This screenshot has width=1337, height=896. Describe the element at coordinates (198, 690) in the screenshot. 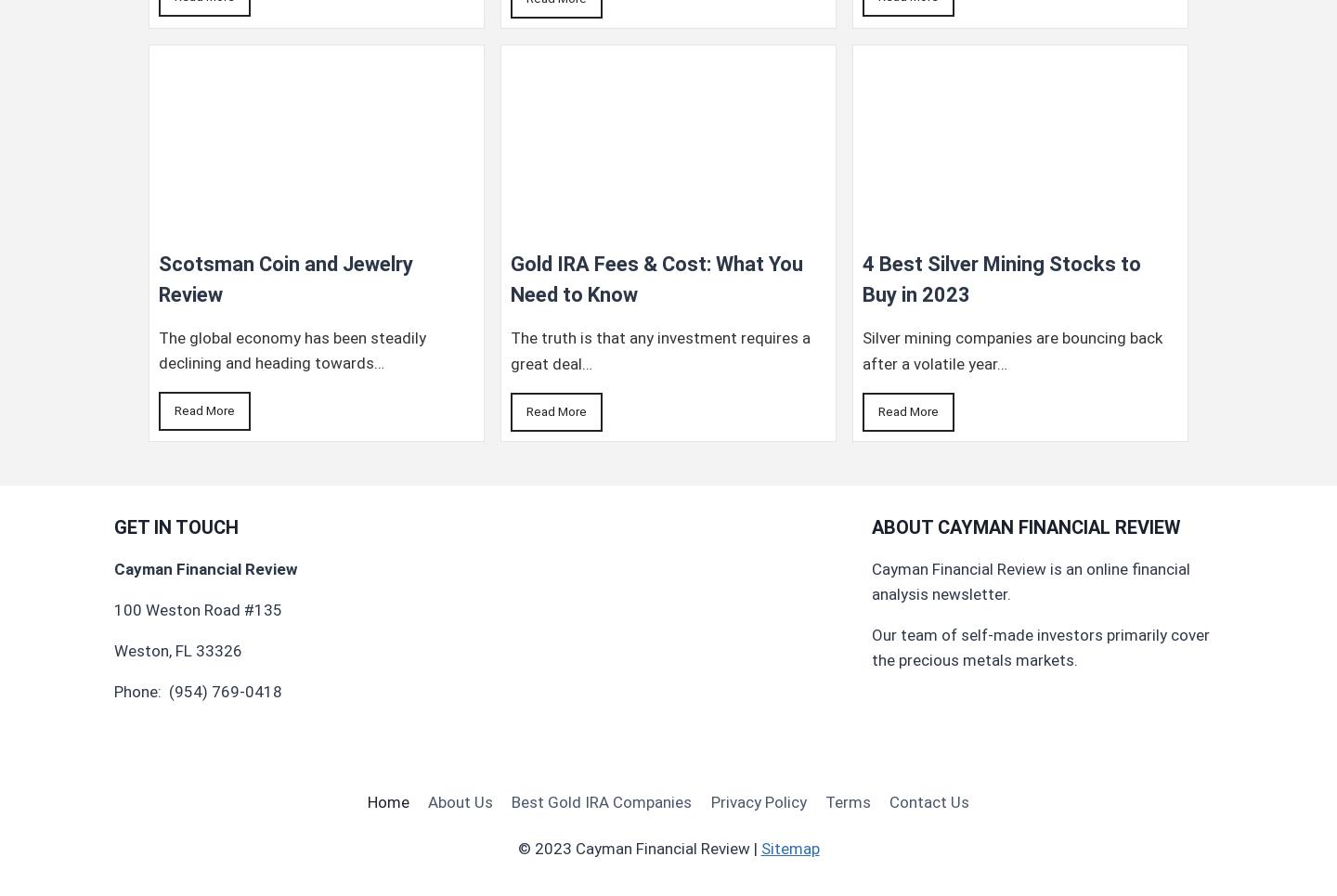

I see `'Phone:  (954) 769-0418'` at that location.